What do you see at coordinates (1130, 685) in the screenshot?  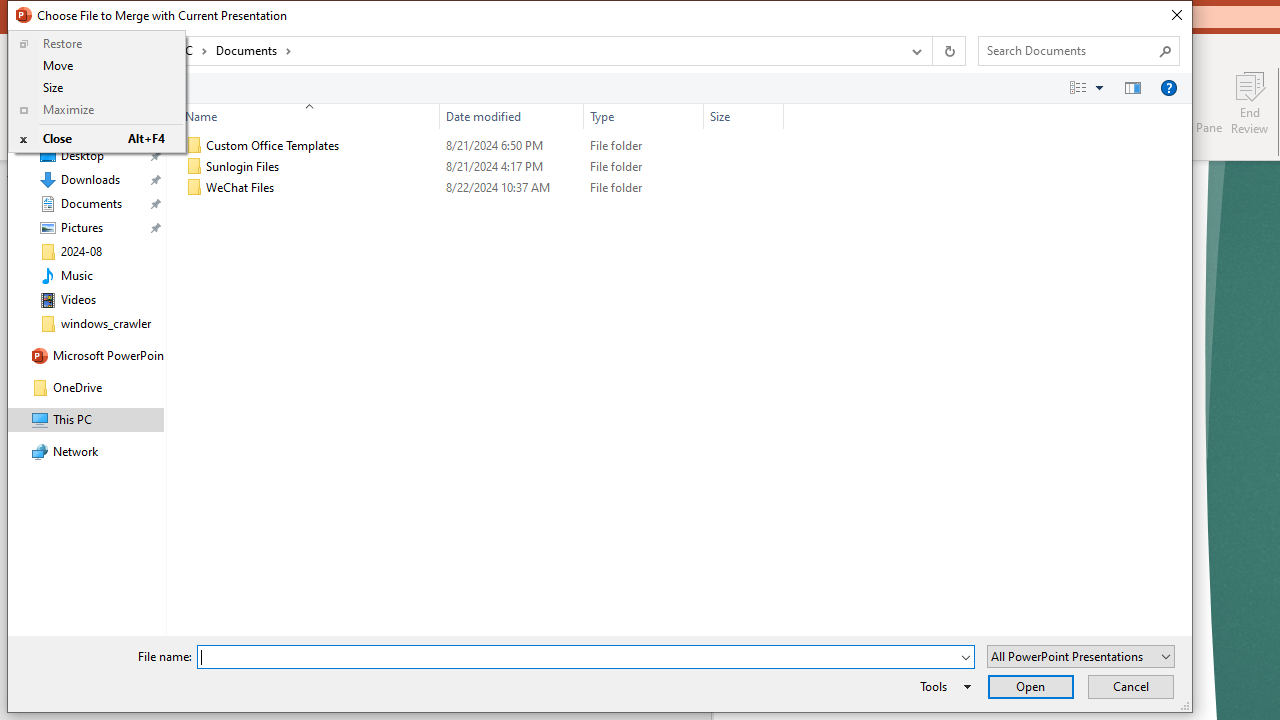 I see `'Cancel'` at bounding box center [1130, 685].